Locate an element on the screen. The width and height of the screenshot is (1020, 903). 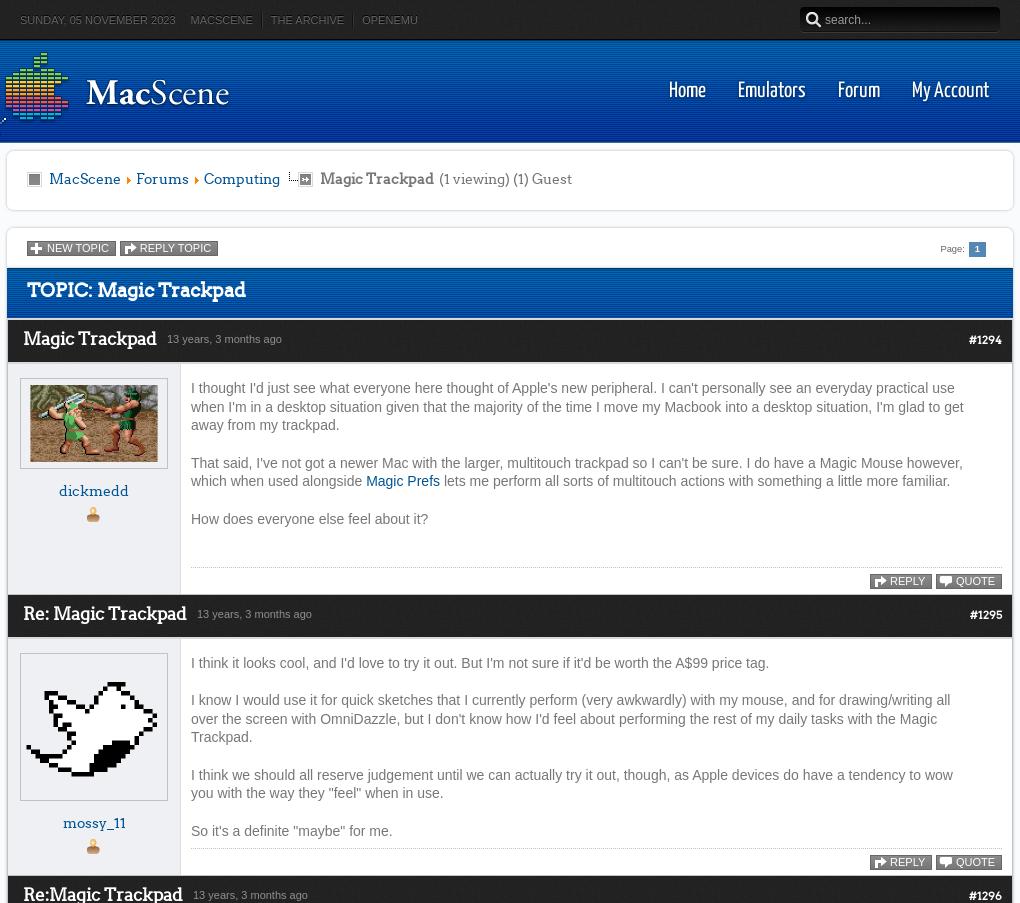
'I think we should all reserve judgement until we can actually try it out, though, as Apple devices do have a tendency to wow you with the way they "feel" when in use.' is located at coordinates (571, 782).